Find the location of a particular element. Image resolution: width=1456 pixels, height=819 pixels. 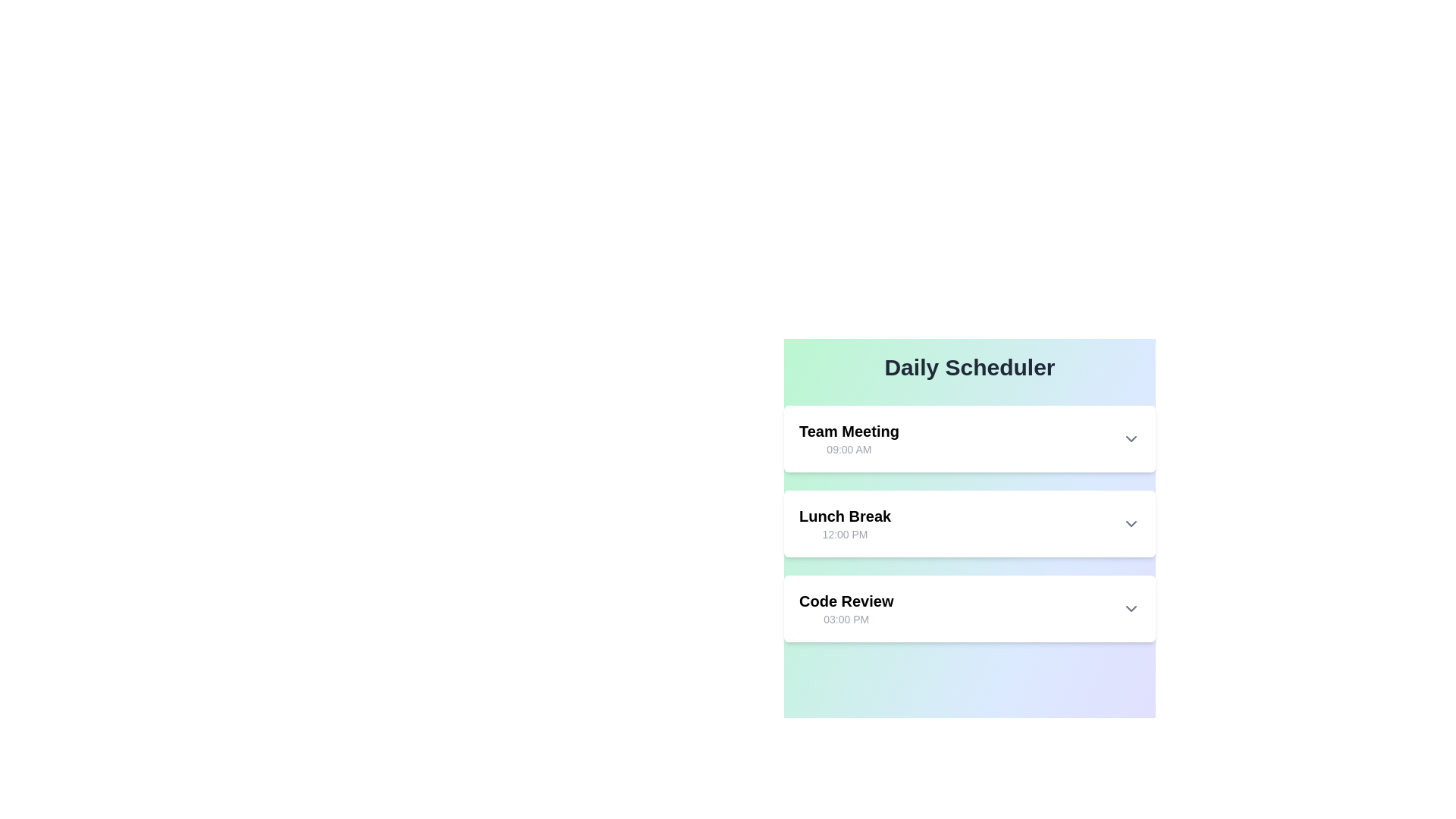

the 'Code Review' text label, which is positioned above the timestamp '03:00 PM' in the third collapsible section of the scheduler interface is located at coordinates (846, 601).